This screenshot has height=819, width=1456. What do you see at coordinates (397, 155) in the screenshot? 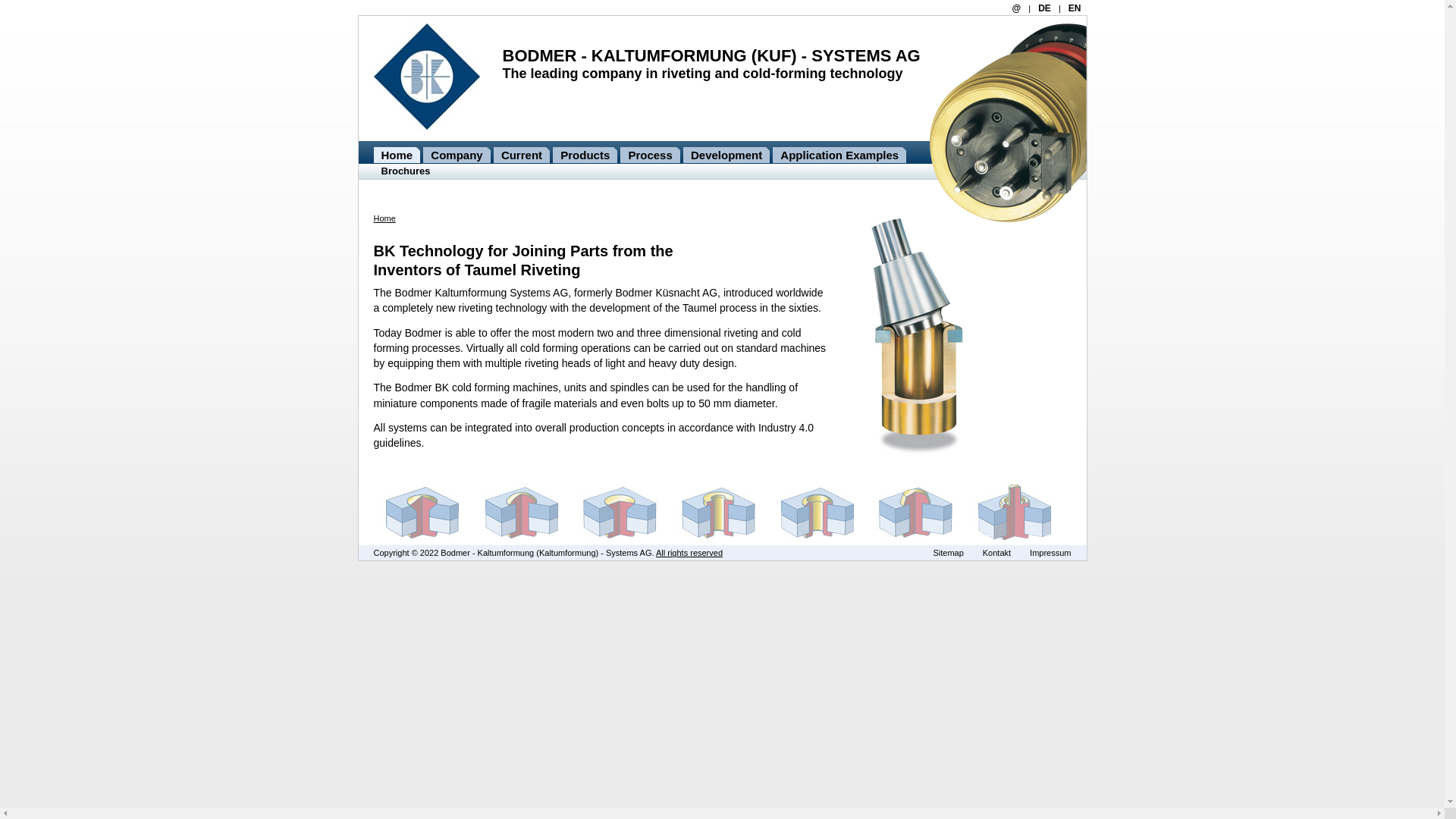
I see `'Home'` at bounding box center [397, 155].